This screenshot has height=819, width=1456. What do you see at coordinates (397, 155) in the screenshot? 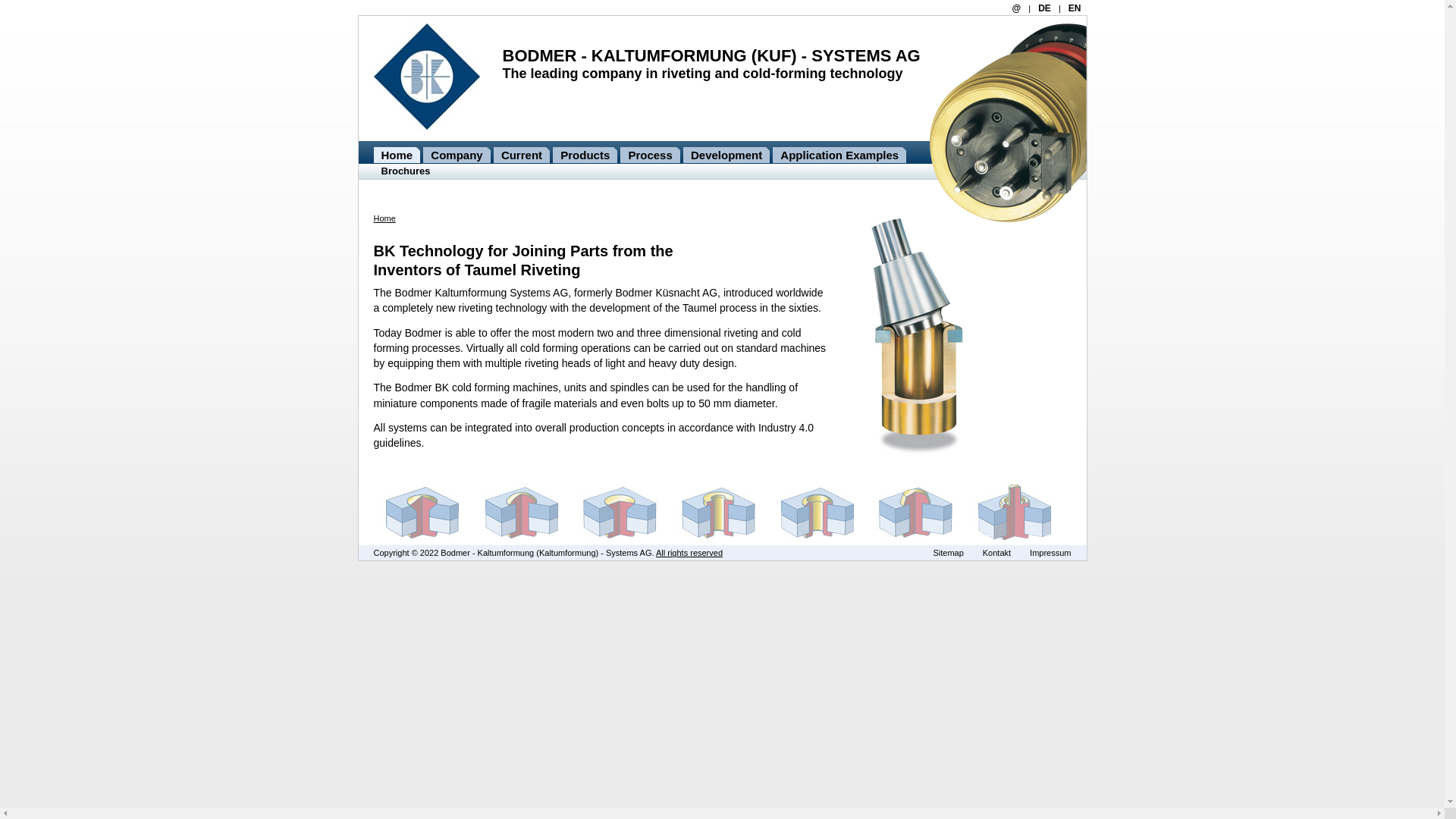
I see `'Home'` at bounding box center [397, 155].